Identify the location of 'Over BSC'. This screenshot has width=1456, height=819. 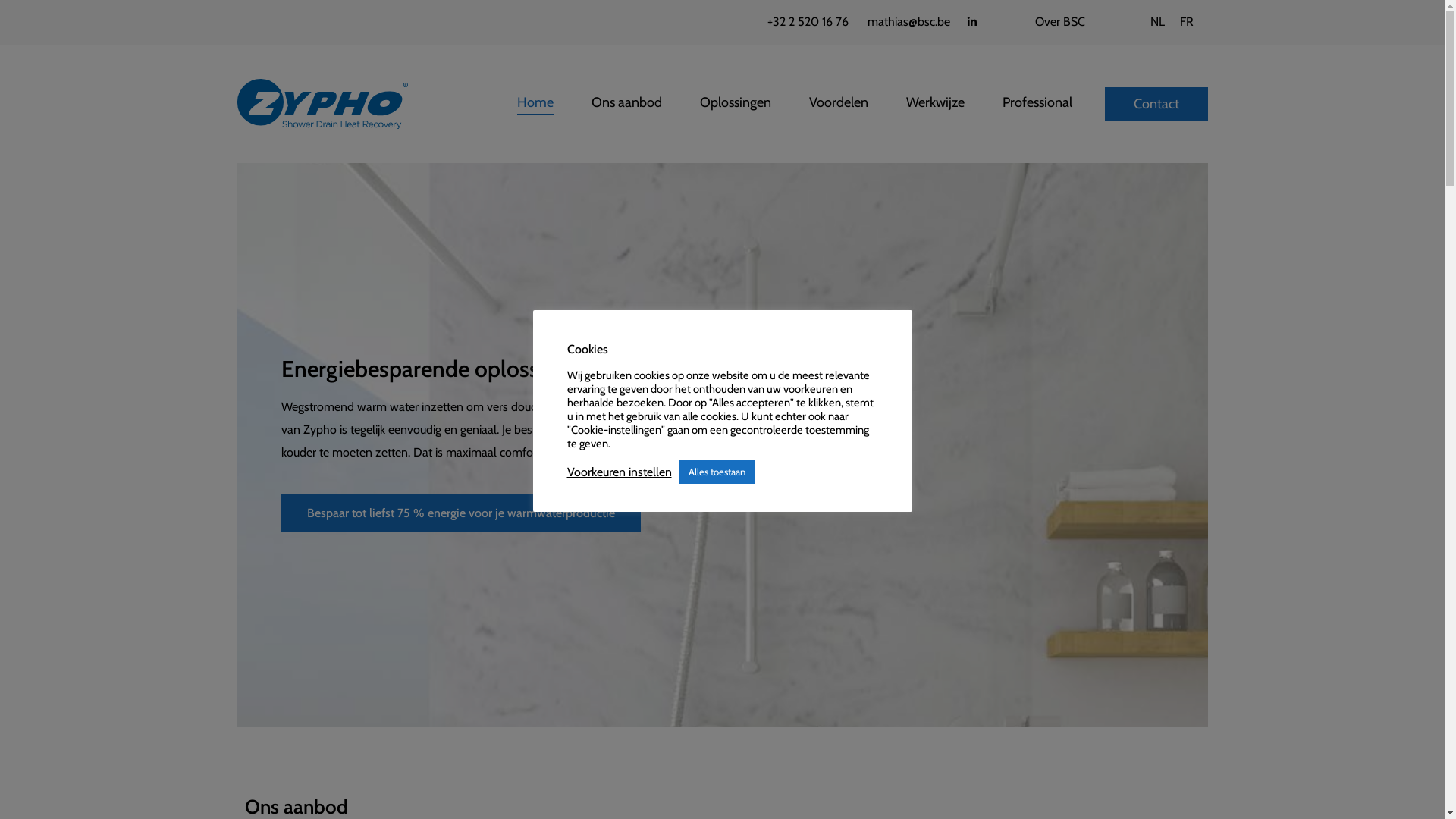
(1059, 22).